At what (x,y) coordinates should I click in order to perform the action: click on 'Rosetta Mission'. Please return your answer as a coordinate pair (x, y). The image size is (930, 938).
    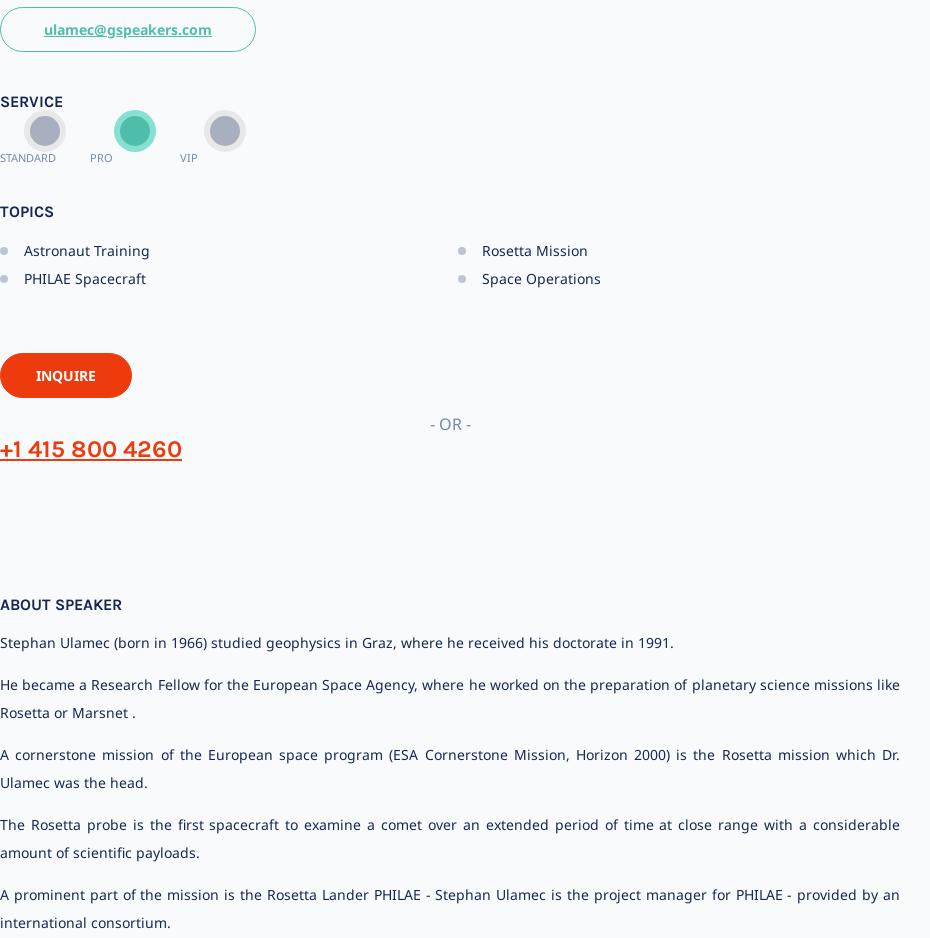
    Looking at the image, I should click on (481, 248).